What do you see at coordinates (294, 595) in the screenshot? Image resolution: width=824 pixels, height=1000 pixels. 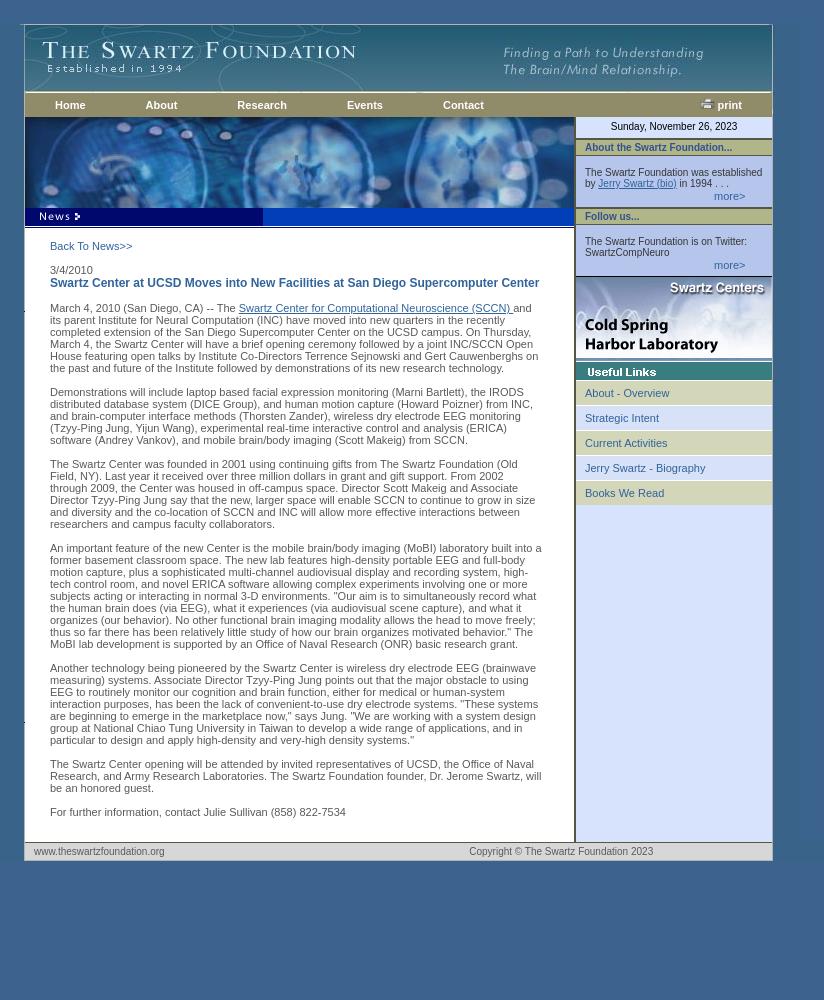 I see `'An important feature of the new Center is the mobile brain/body imaging (MoBI) laboratory built into a former basement classroom space. The new lab features high-density portable EEG and full-body motion capture, plus a sophisticated multi-channel audiovisual display and recording system, high-tech control room, and novel ERICA software allowing complex experiments involving one or more subjects acting or interacting in normal 3-D environments. "Our aim is to simultaneously record what the human brain does (via EEG), what it experiences (via audiovisual scene capture), and what it organizes (our behavior). No other functional brain imaging modality allows the head to move freely; thus so far there has been relatively little study of how our brain organizes motivated behavior." The MoBI lab development is supported by an Office of Naval Research (ONR) basic research grant.'` at bounding box center [294, 595].